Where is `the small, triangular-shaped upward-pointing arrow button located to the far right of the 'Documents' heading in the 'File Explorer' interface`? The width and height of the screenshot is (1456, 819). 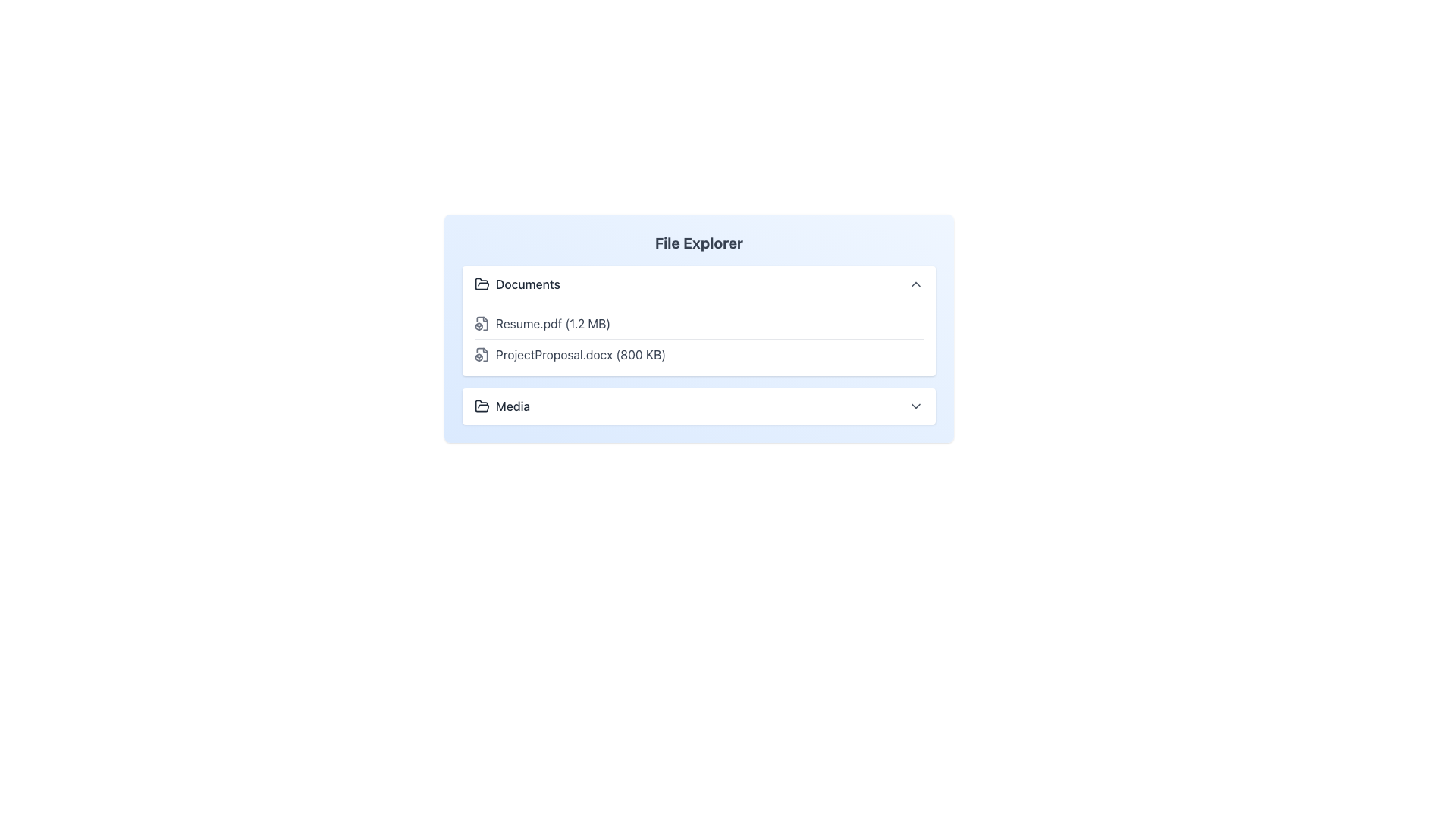
the small, triangular-shaped upward-pointing arrow button located to the far right of the 'Documents' heading in the 'File Explorer' interface is located at coordinates (915, 284).